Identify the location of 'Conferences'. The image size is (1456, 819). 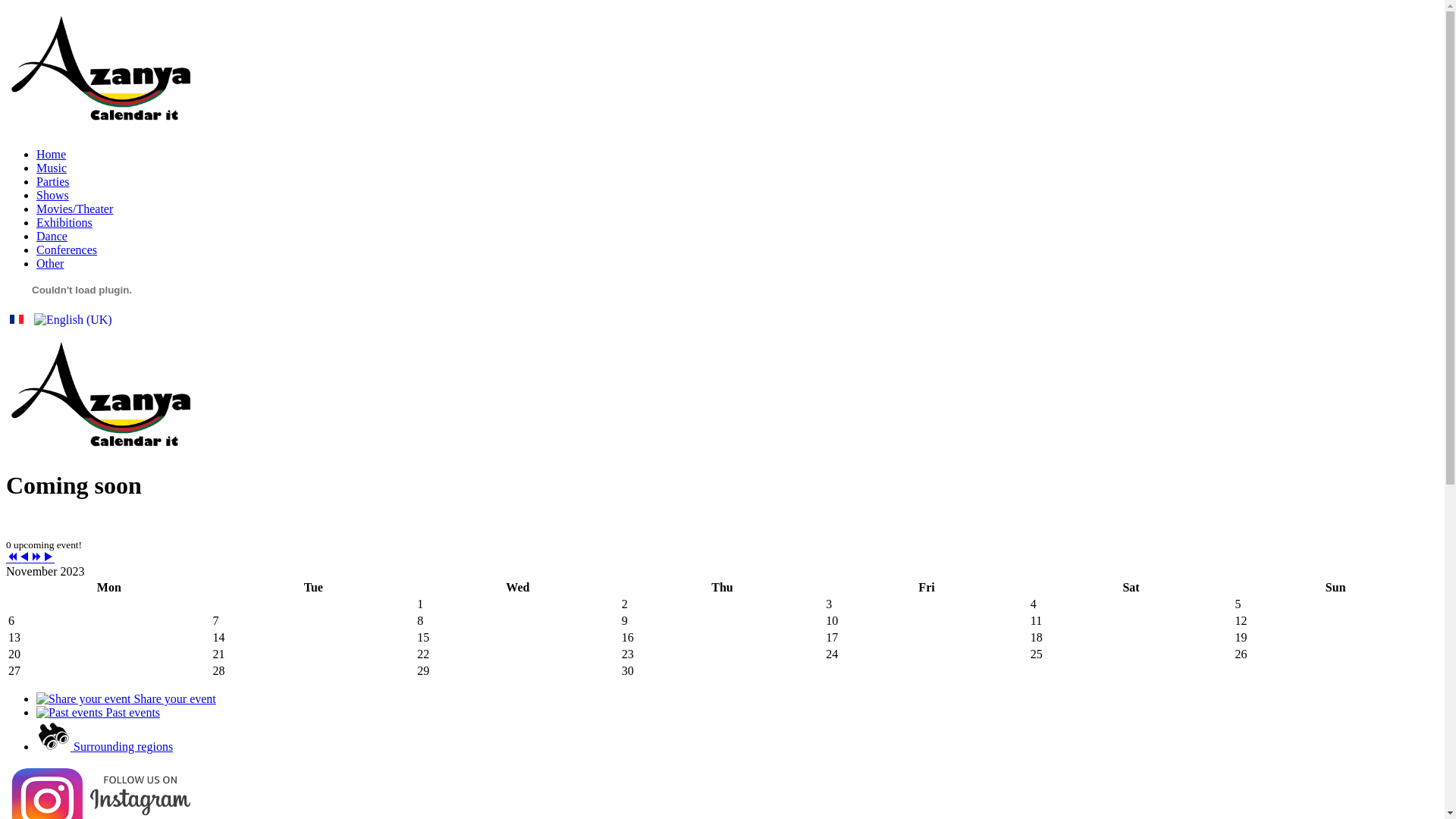
(36, 249).